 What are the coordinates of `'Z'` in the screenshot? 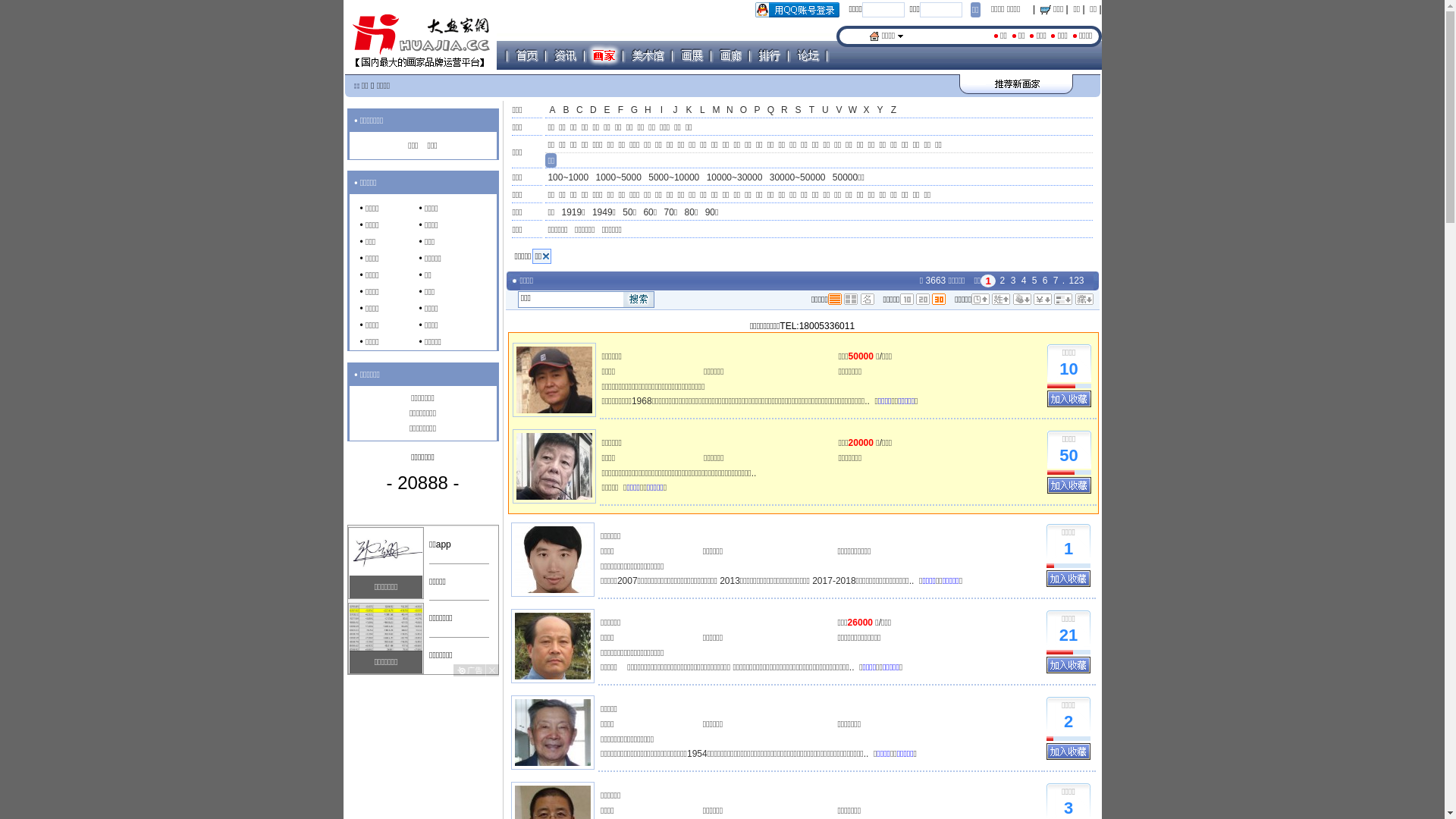 It's located at (893, 110).